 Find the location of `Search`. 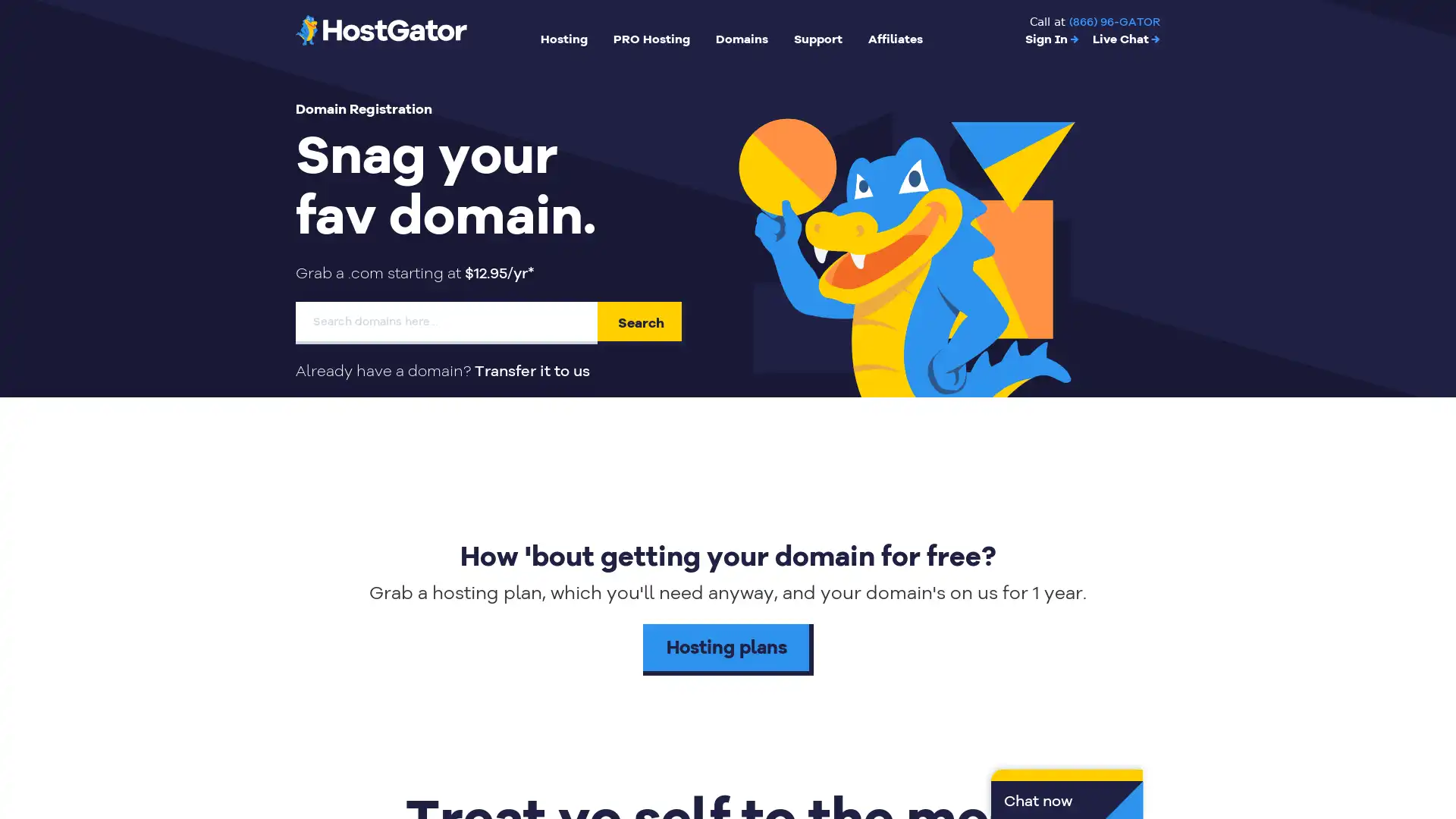

Search is located at coordinates (641, 322).